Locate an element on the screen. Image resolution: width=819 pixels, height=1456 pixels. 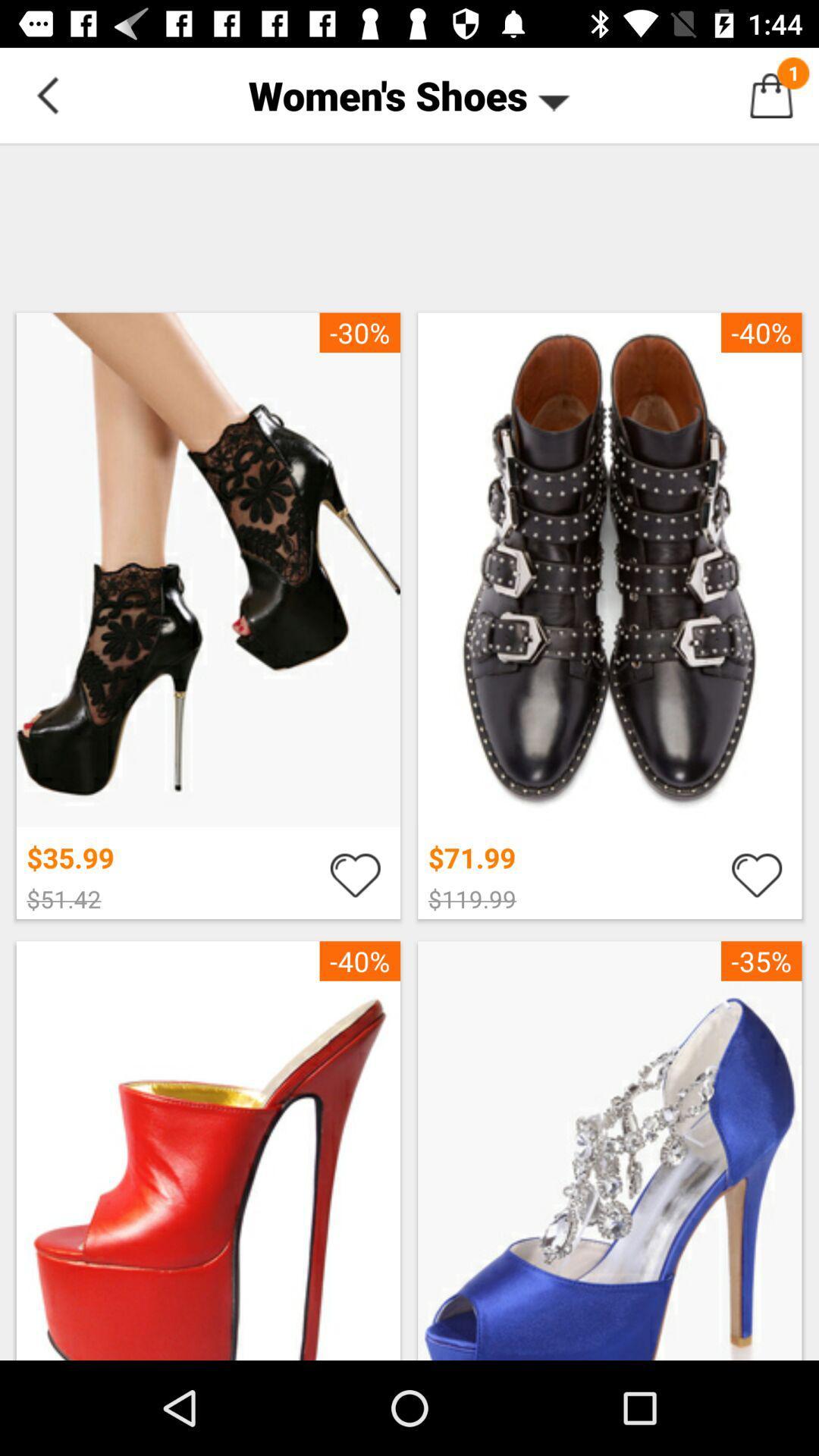
this heart to favorite a specific item is located at coordinates (757, 874).